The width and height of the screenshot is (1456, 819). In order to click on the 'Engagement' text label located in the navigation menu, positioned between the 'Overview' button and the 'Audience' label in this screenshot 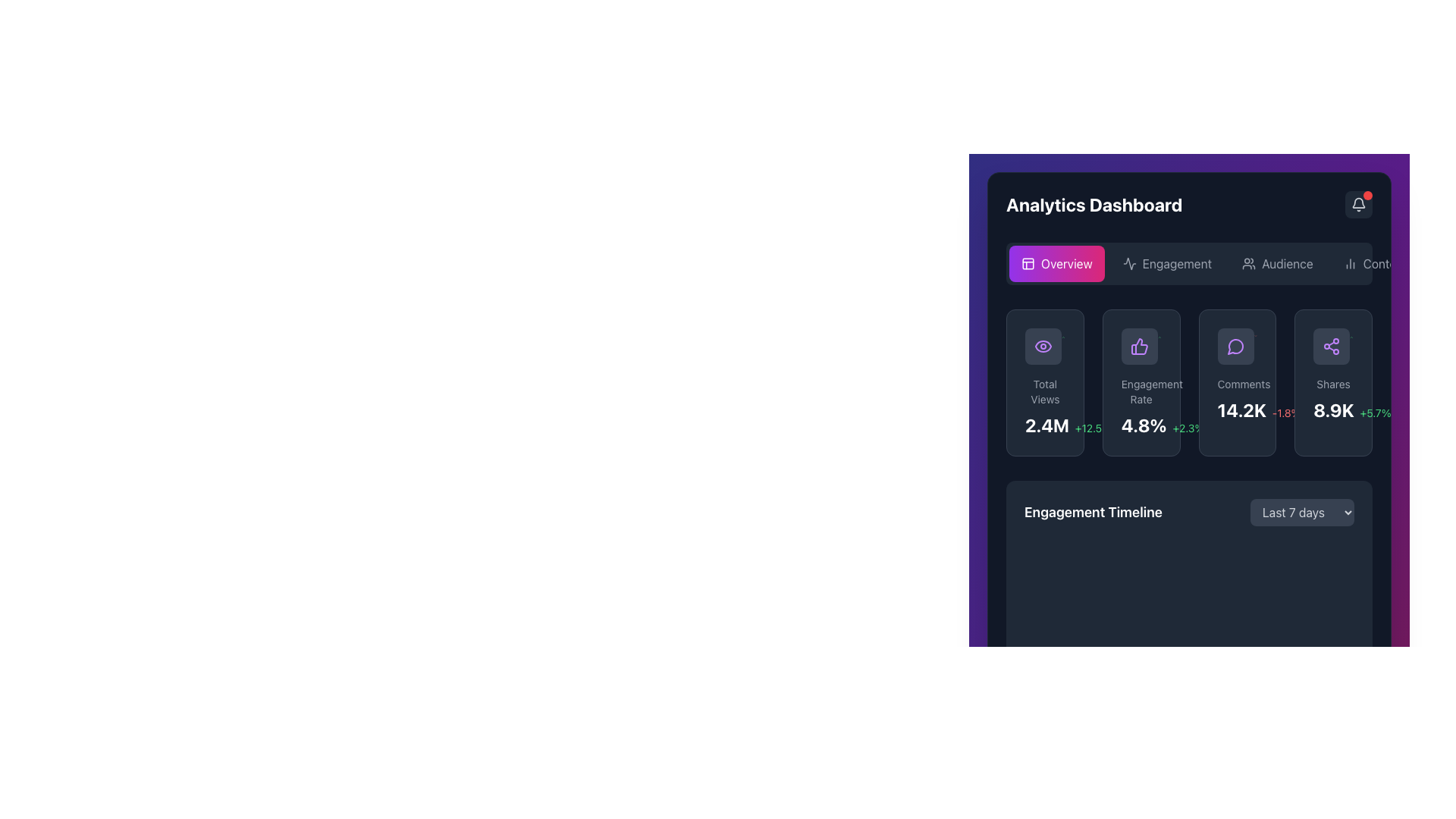, I will do `click(1176, 262)`.